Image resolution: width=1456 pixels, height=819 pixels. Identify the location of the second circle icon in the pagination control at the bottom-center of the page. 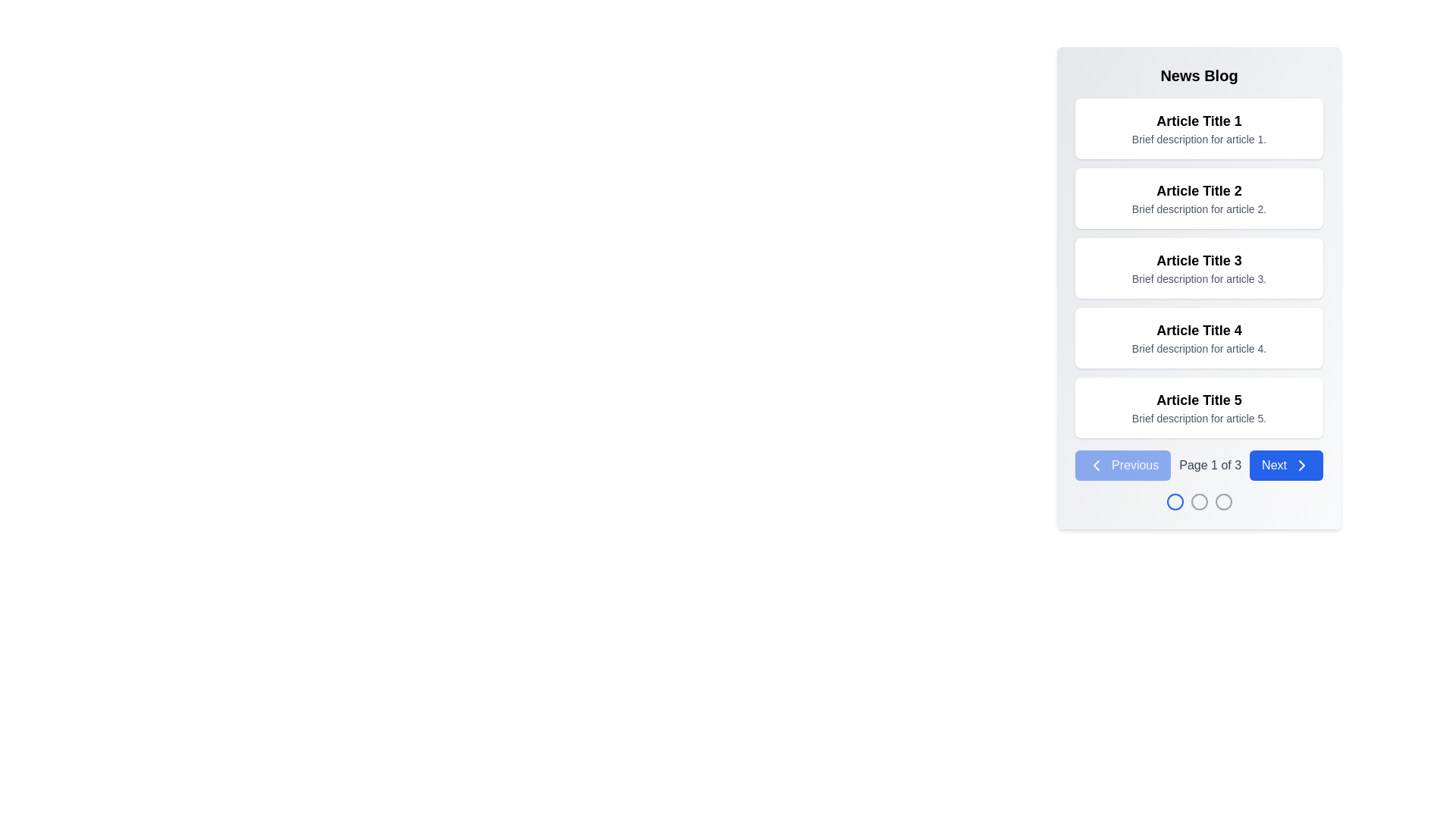
(1198, 502).